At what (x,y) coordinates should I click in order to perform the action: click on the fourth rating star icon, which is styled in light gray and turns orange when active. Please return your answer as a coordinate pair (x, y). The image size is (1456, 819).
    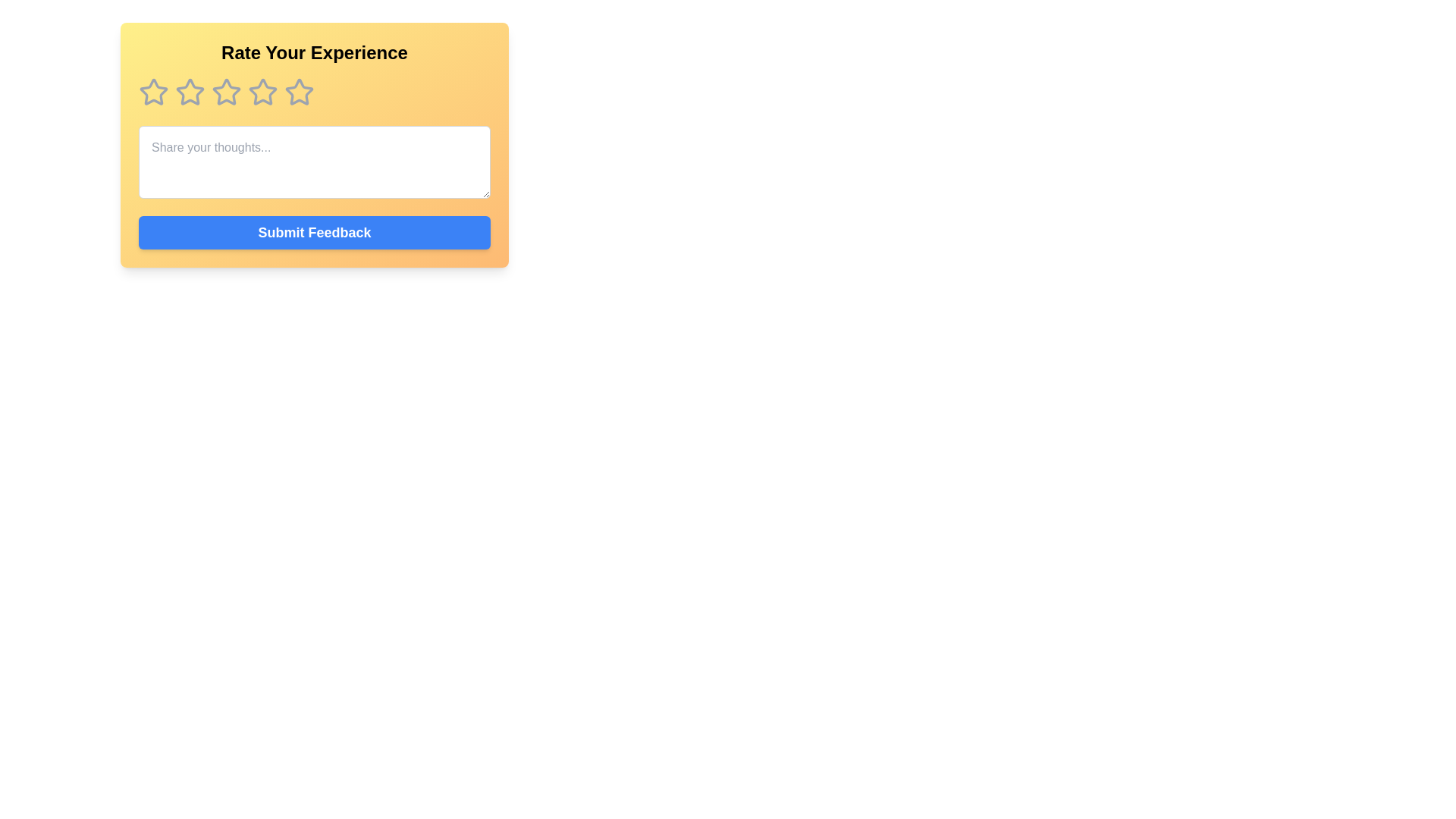
    Looking at the image, I should click on (299, 92).